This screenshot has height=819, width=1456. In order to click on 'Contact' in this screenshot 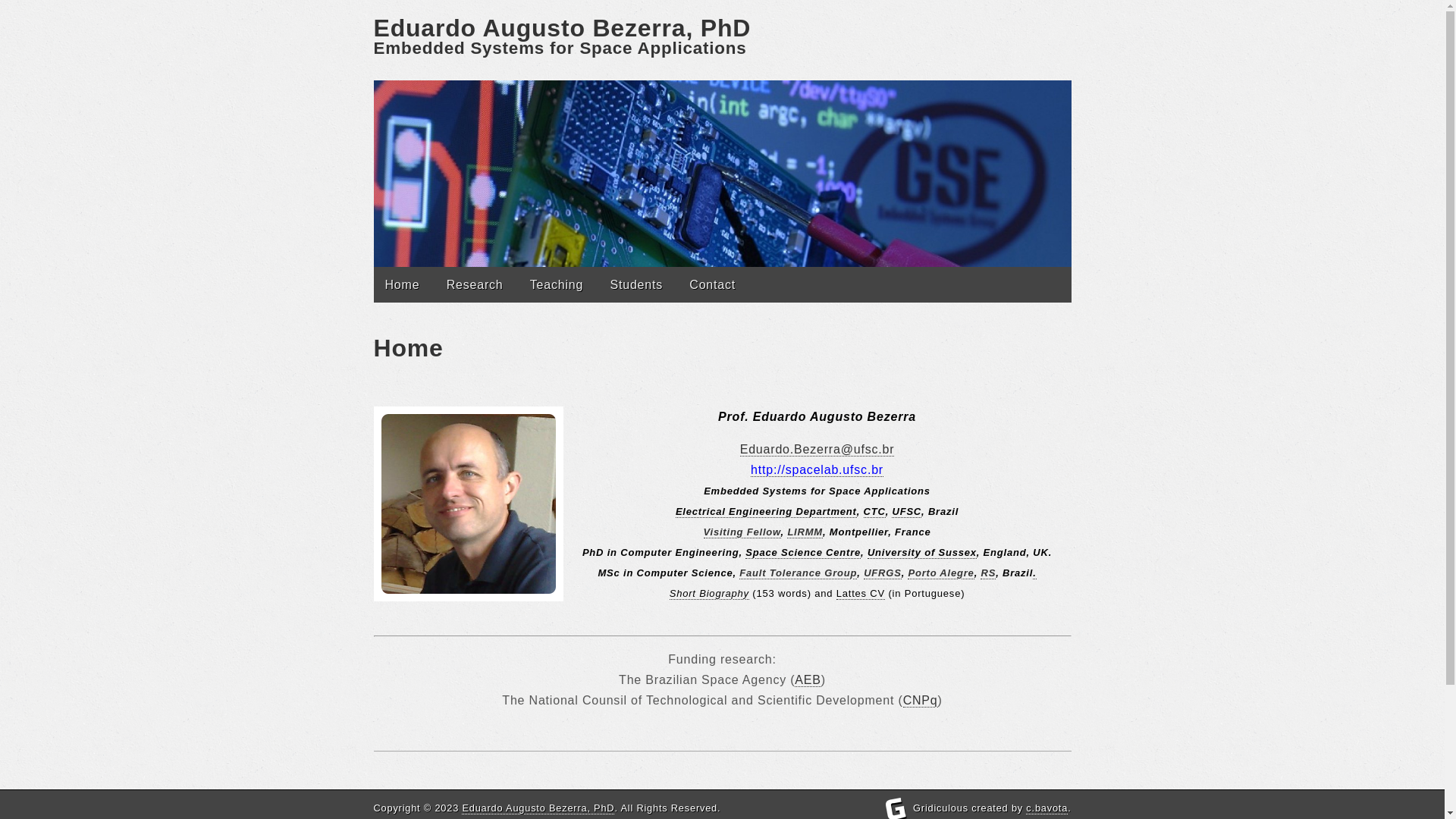, I will do `click(711, 284)`.